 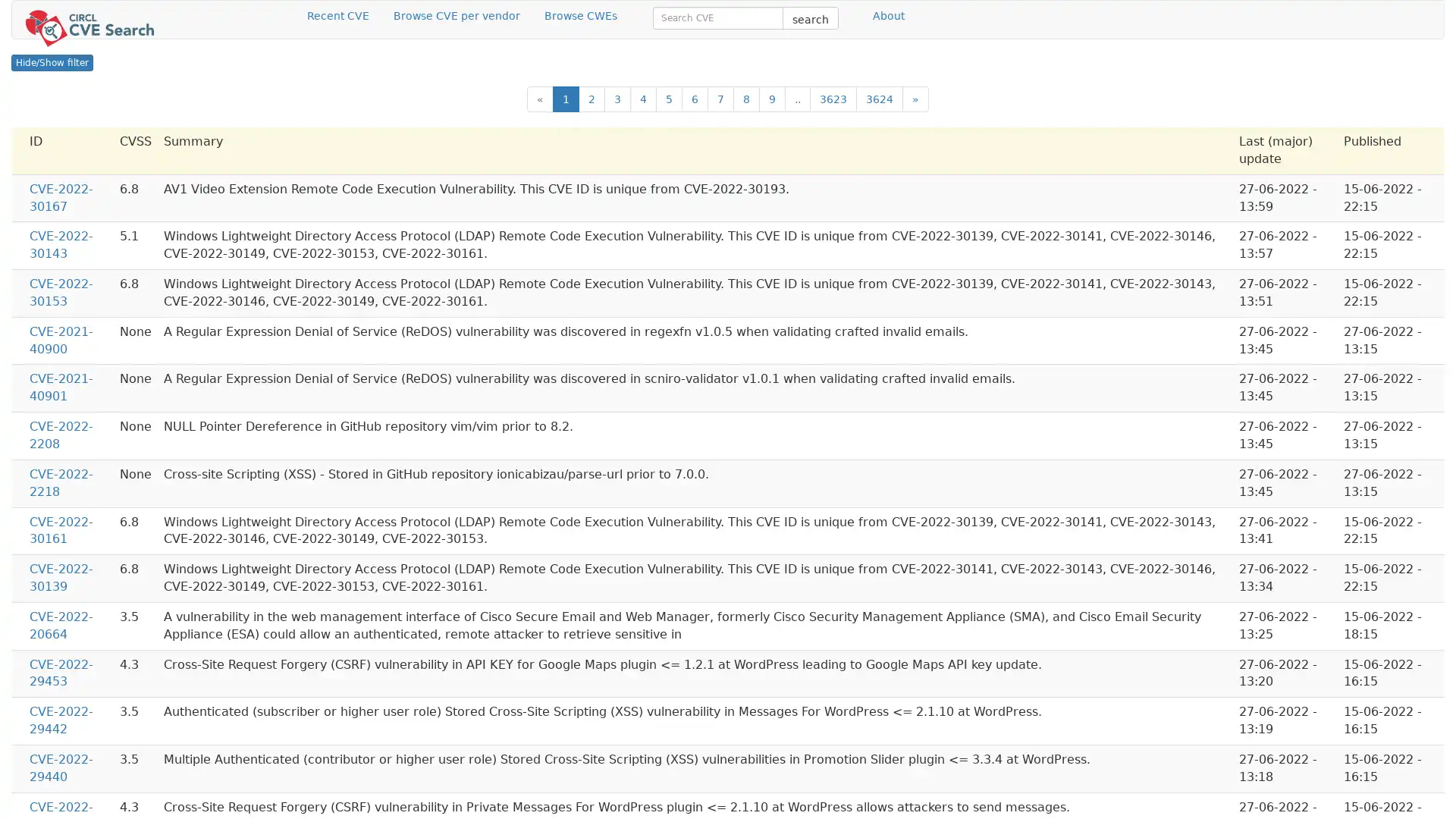 I want to click on Hide/Show filter, so click(x=52, y=62).